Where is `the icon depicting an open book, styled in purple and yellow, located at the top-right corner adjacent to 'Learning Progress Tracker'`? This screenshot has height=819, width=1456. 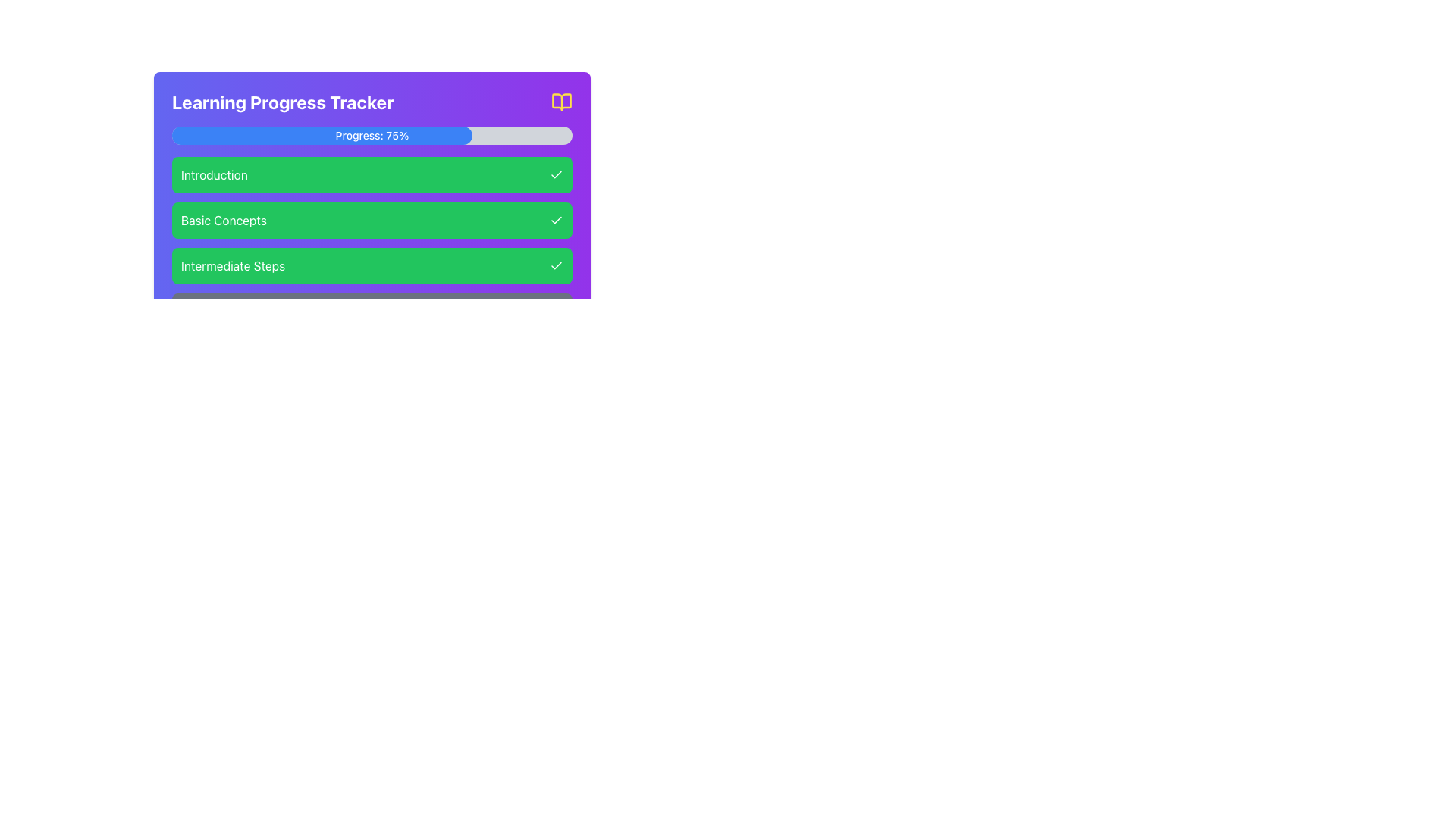
the icon depicting an open book, styled in purple and yellow, located at the top-right corner adjacent to 'Learning Progress Tracker' is located at coordinates (560, 102).